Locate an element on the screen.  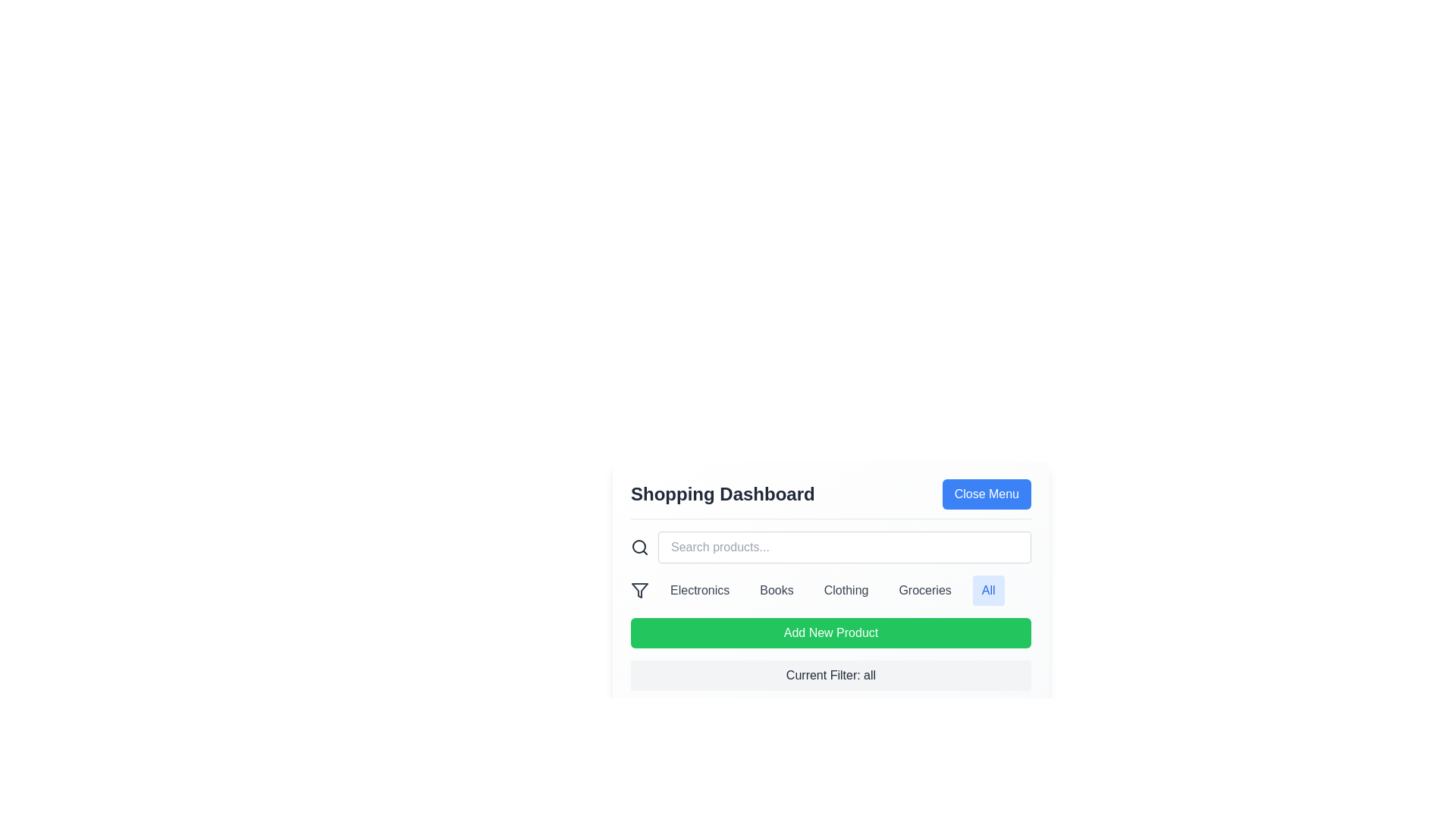
the 'Books' button, which is the second button in a horizontal list of category options is located at coordinates (777, 590).